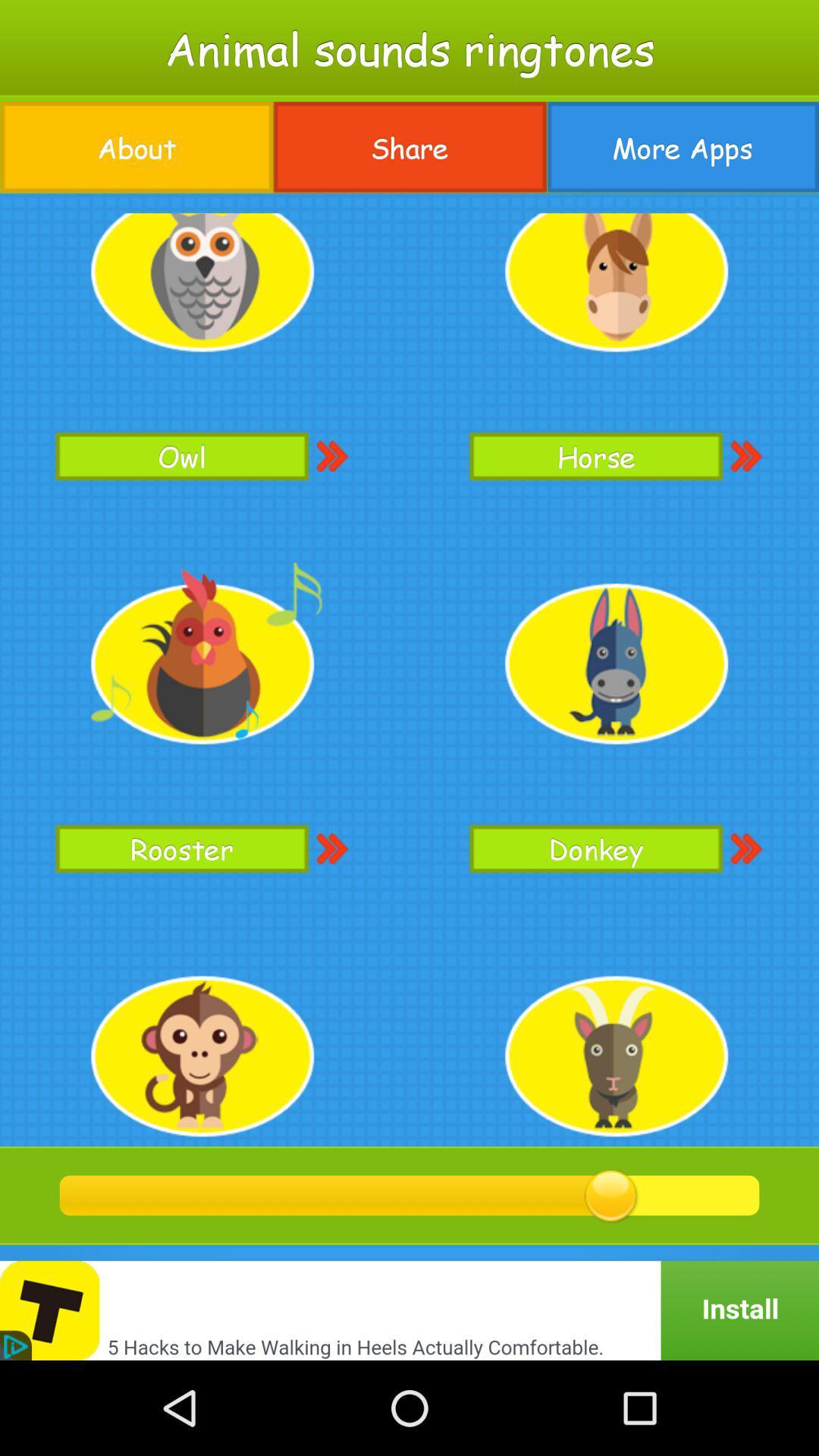 The width and height of the screenshot is (819, 1456). Describe the element at coordinates (136, 147) in the screenshot. I see `the about item` at that location.